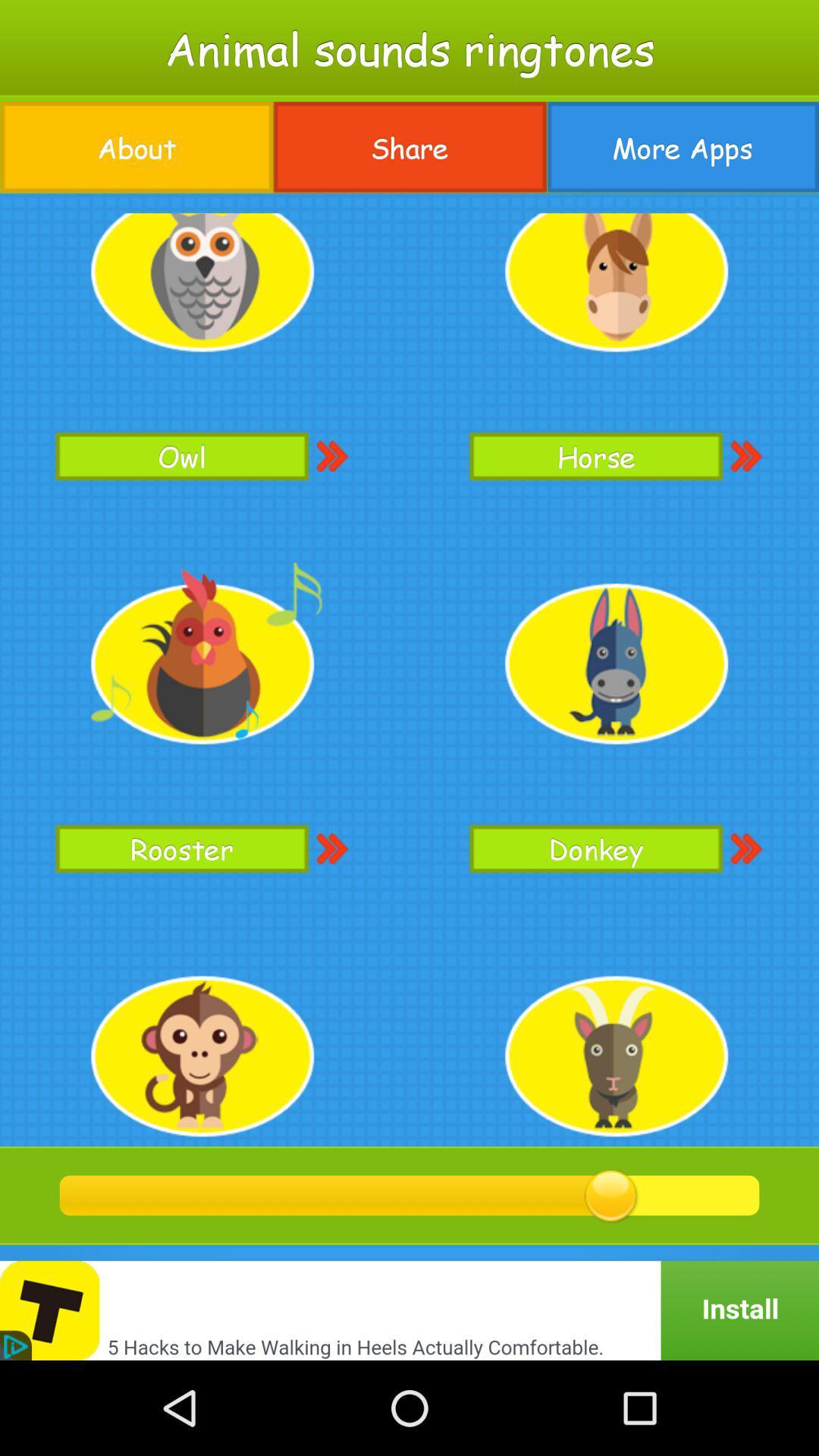 The width and height of the screenshot is (819, 1456). Describe the element at coordinates (136, 147) in the screenshot. I see `the about item` at that location.